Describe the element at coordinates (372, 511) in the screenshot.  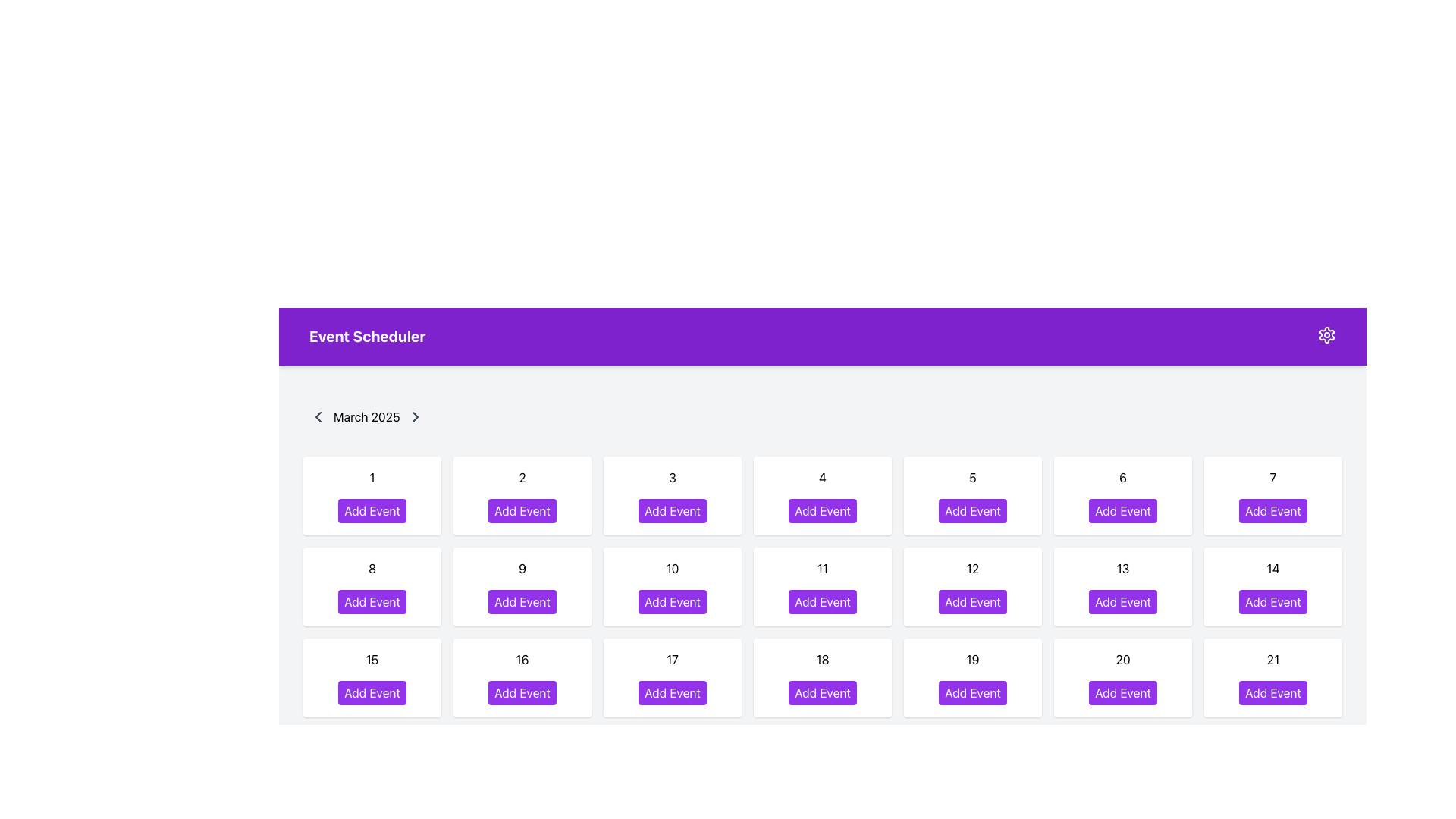
I see `the 'Add Event' button, which is a rectangular button with rounded edges, featuring white text on a vivid purple background, located in the Event Scheduler interface under the calendar day labeled '1'` at that location.